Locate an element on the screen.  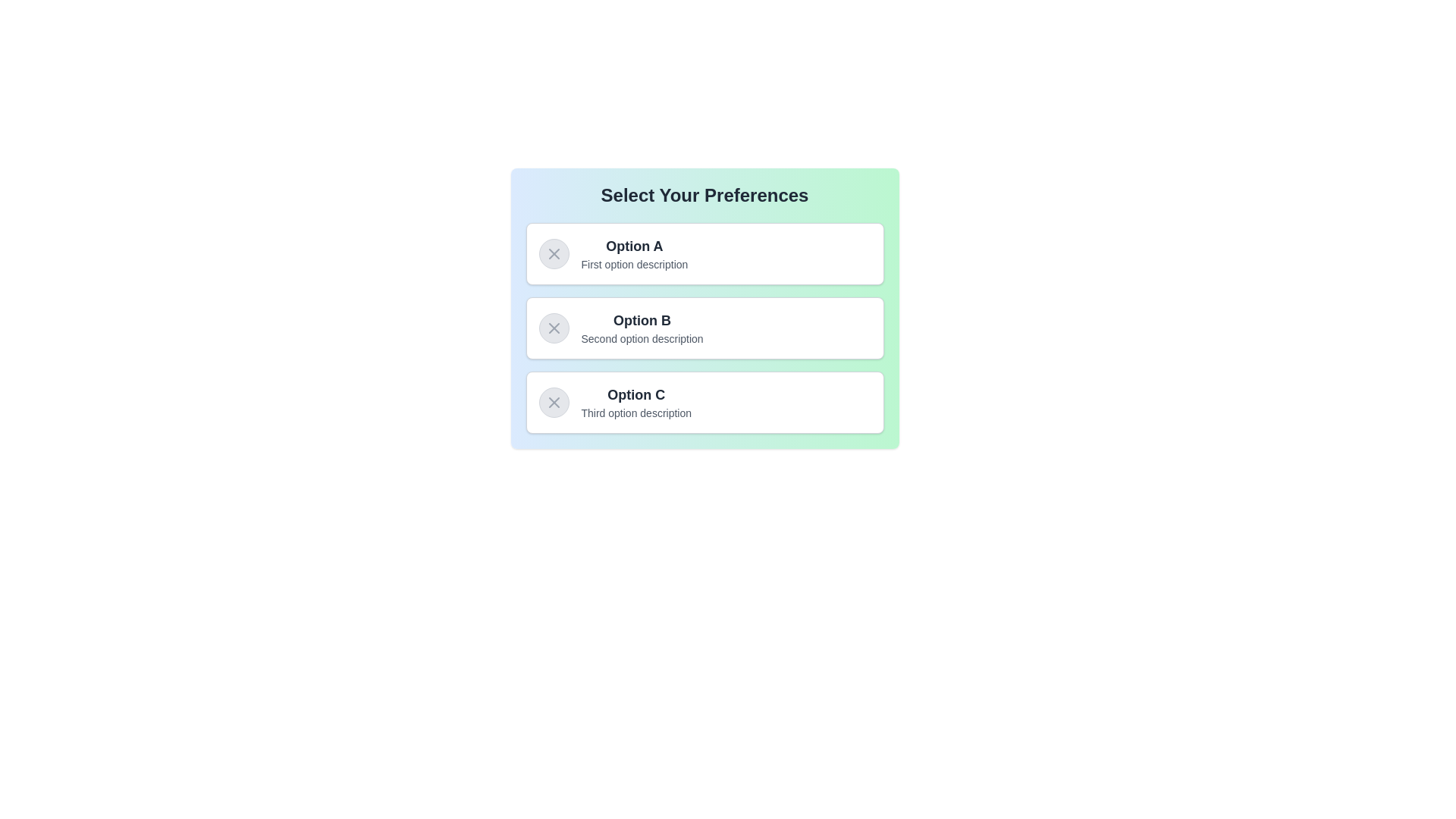
the close icon located to the left of the text description for 'Option A' in the preference selection list to deselect the option is located at coordinates (553, 253).